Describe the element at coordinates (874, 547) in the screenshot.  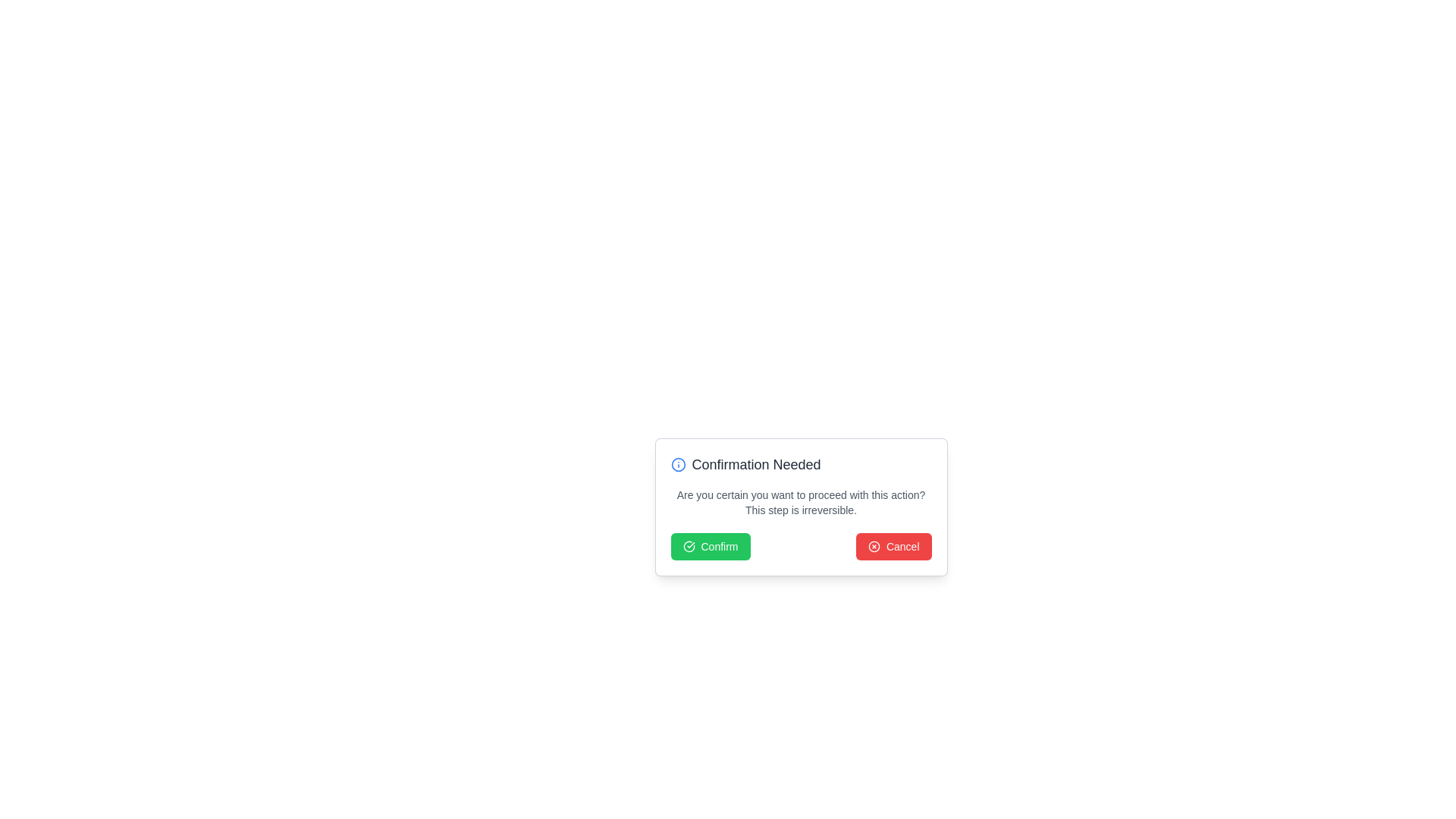
I see `the 'Cancel' button located in the bottom-right corner of the dialog box, which contains the cancellation icon` at that location.